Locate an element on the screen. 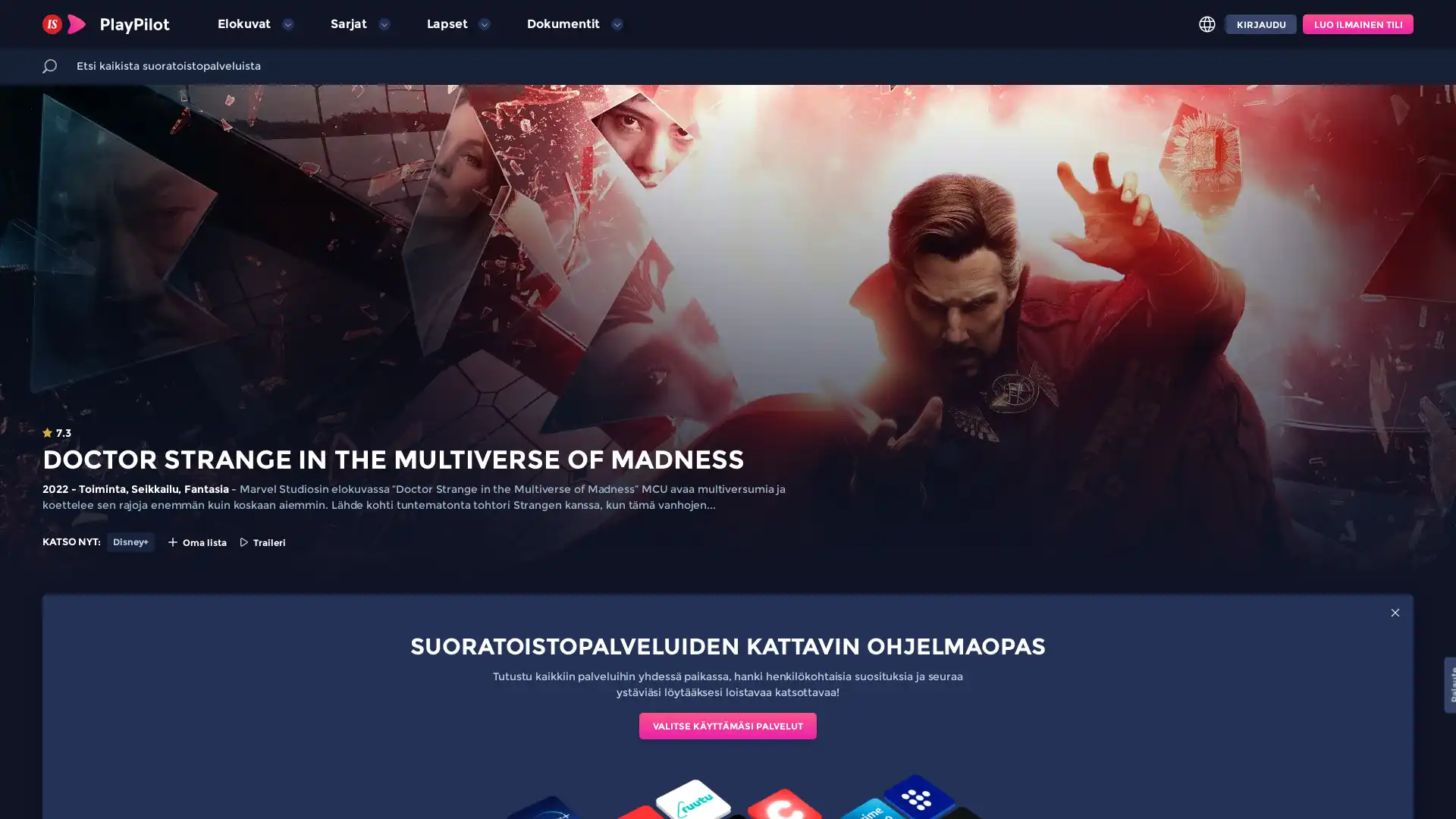 Image resolution: width=1456 pixels, height=819 pixels. Close modal is located at coordinates (1395, 611).